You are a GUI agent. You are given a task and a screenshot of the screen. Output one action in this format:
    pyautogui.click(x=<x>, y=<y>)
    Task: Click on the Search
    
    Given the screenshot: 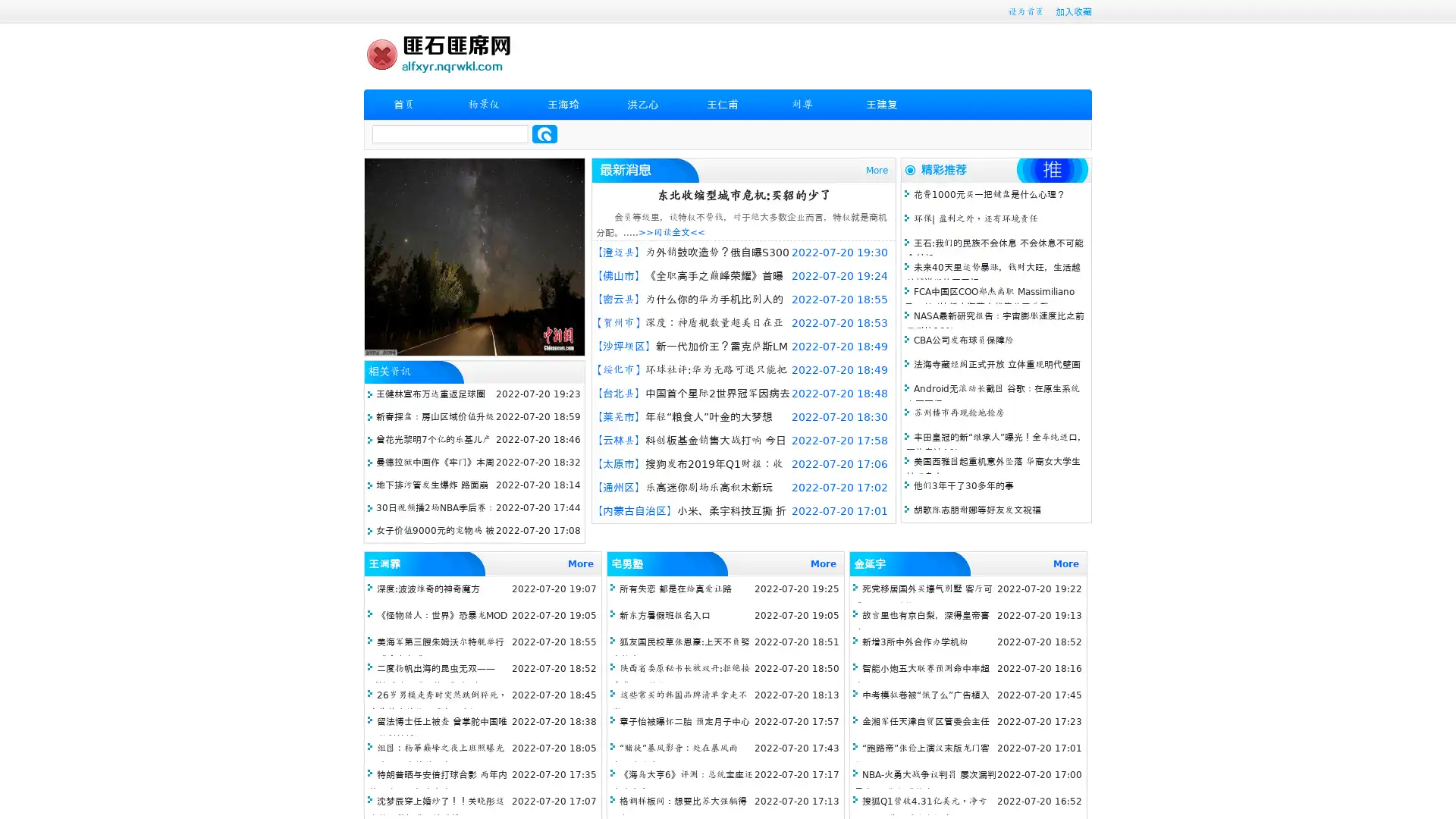 What is the action you would take?
    pyautogui.click(x=544, y=133)
    